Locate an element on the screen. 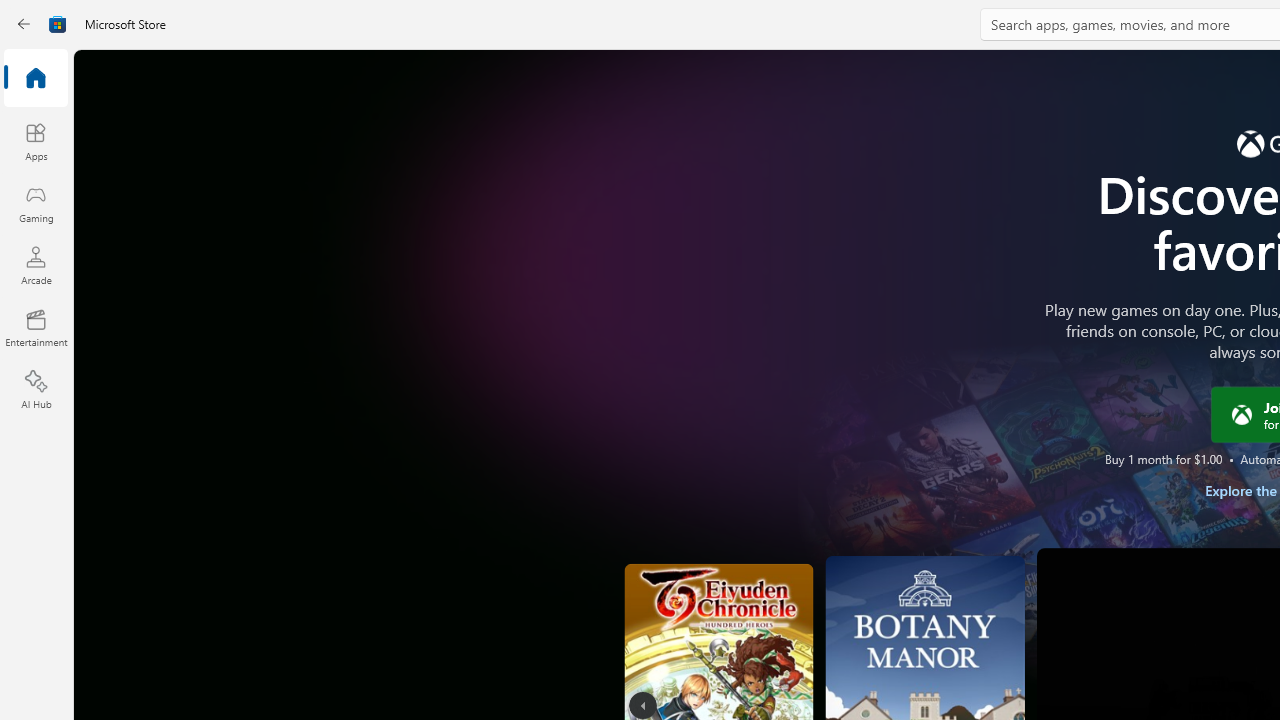 This screenshot has width=1280, height=720. 'Entertainment' is located at coordinates (35, 326).